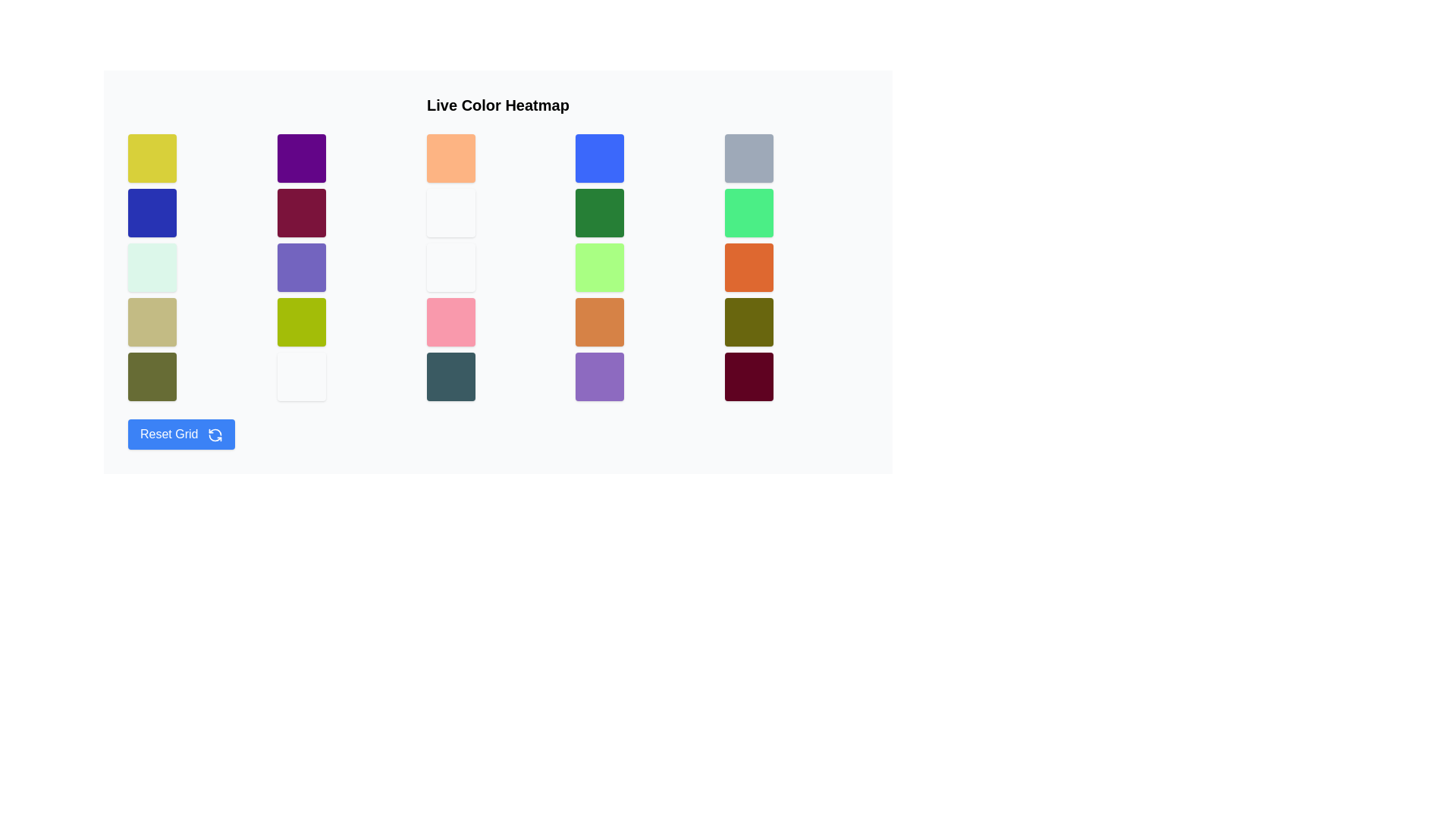 Image resolution: width=1456 pixels, height=819 pixels. I want to click on the Color tile, which is a soft pink square tile with rounded corners located in the fourth row and third column of the grid layout, so click(450, 321).